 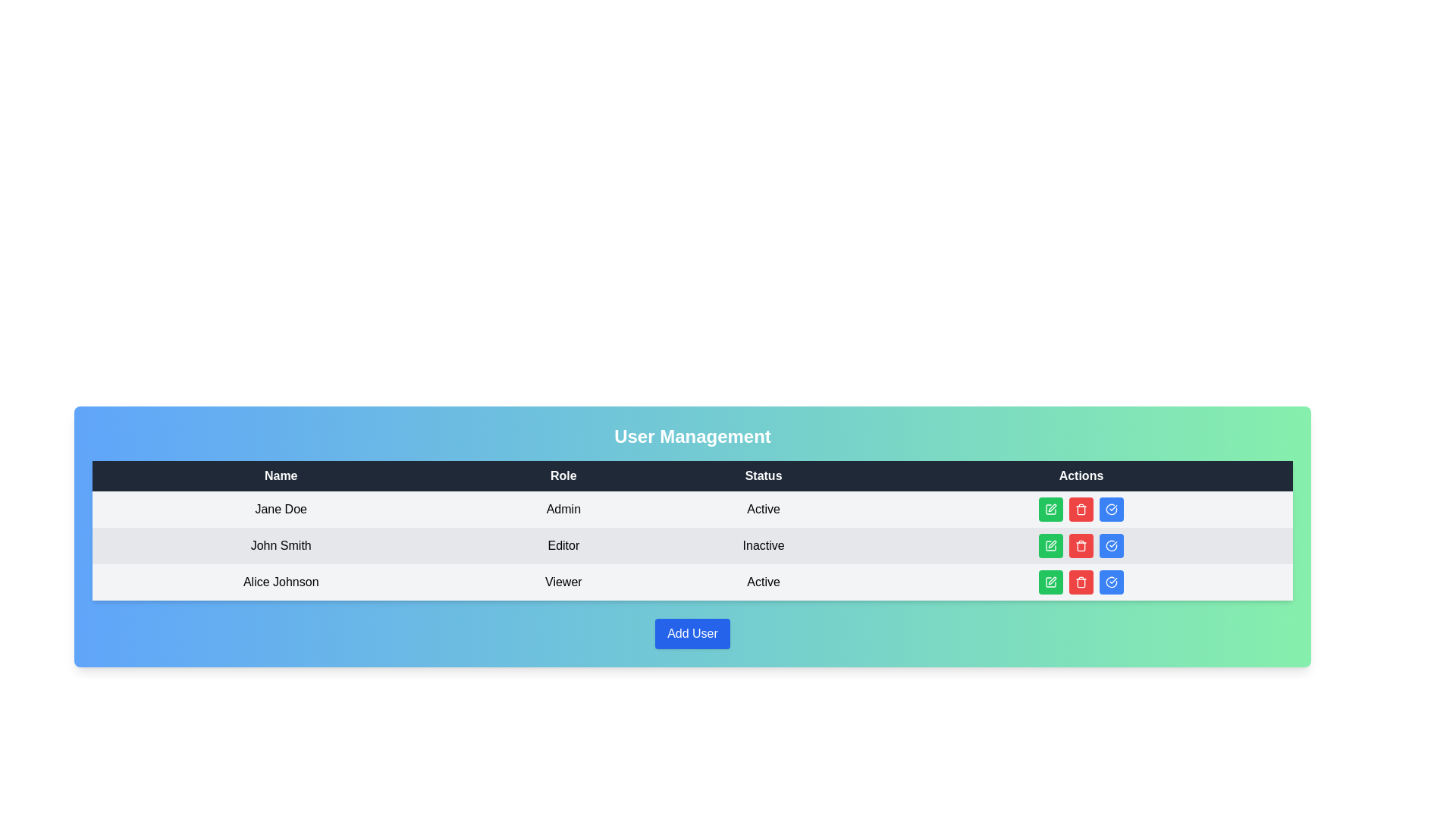 I want to click on the first SVG icon in the 'Actions' column of the row for 'John Smith', which resembles a square with additional features, so click(x=1050, y=509).